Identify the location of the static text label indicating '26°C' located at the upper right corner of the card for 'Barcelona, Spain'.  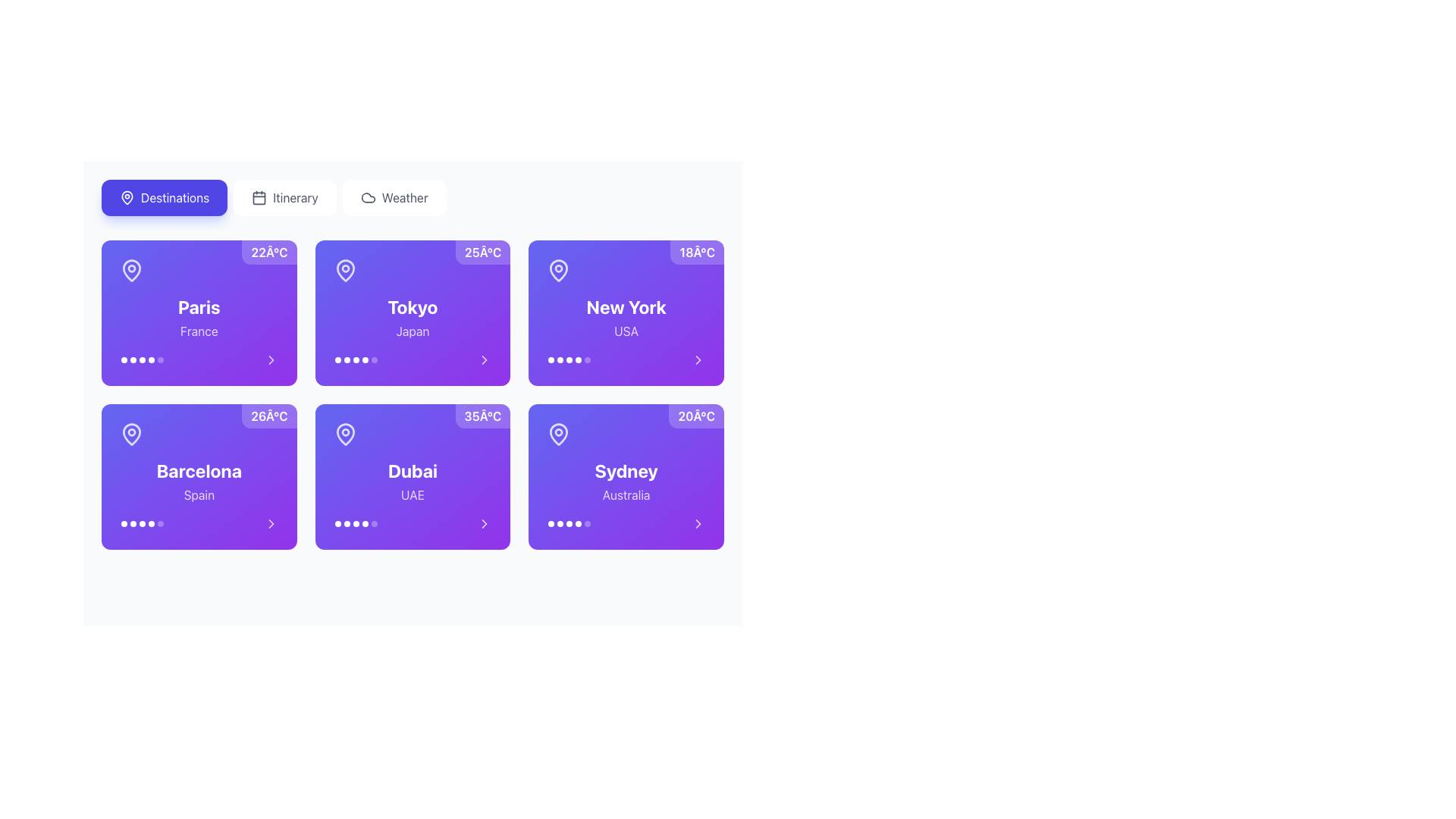
(269, 416).